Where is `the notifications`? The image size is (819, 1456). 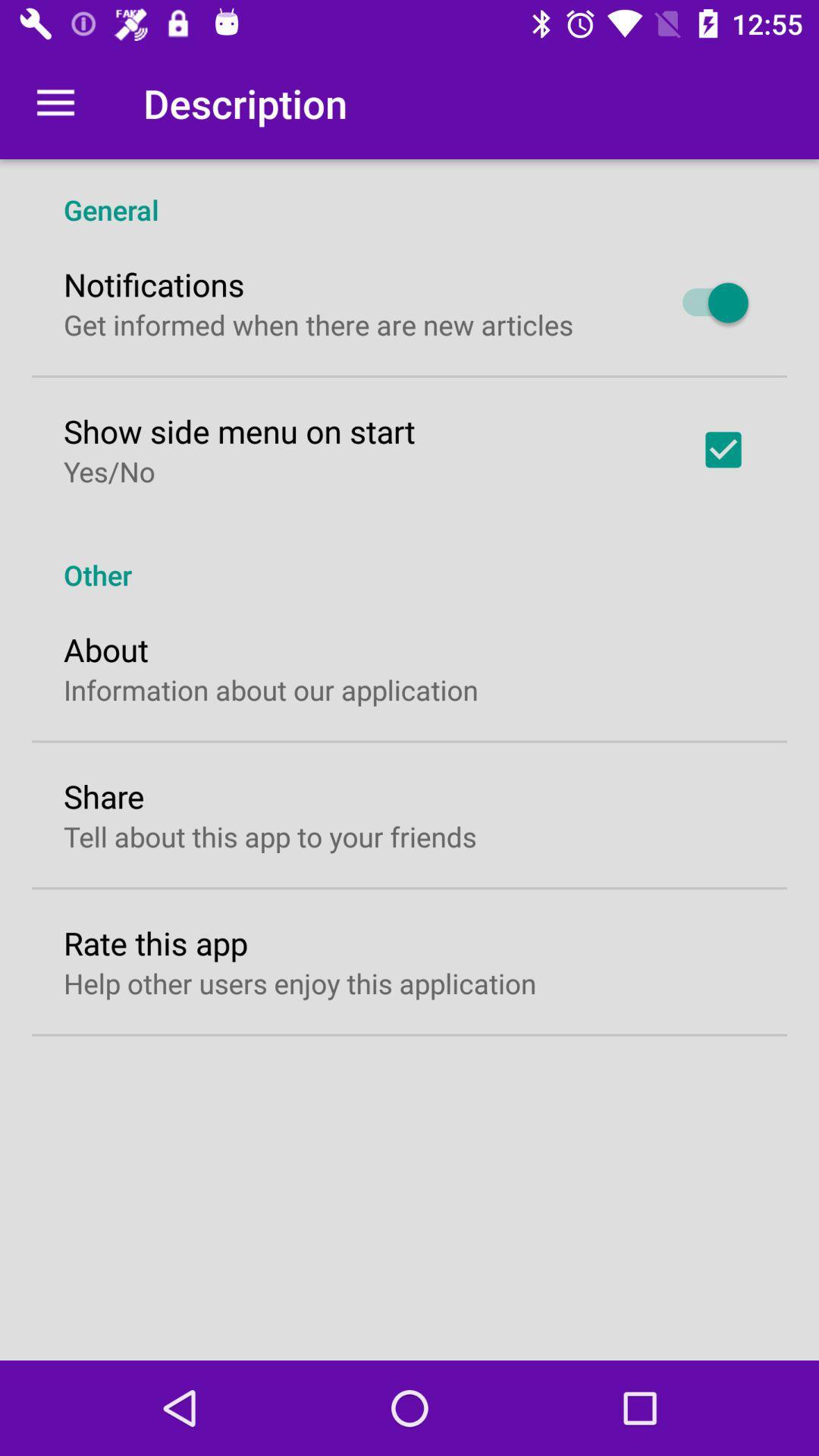
the notifications is located at coordinates (154, 284).